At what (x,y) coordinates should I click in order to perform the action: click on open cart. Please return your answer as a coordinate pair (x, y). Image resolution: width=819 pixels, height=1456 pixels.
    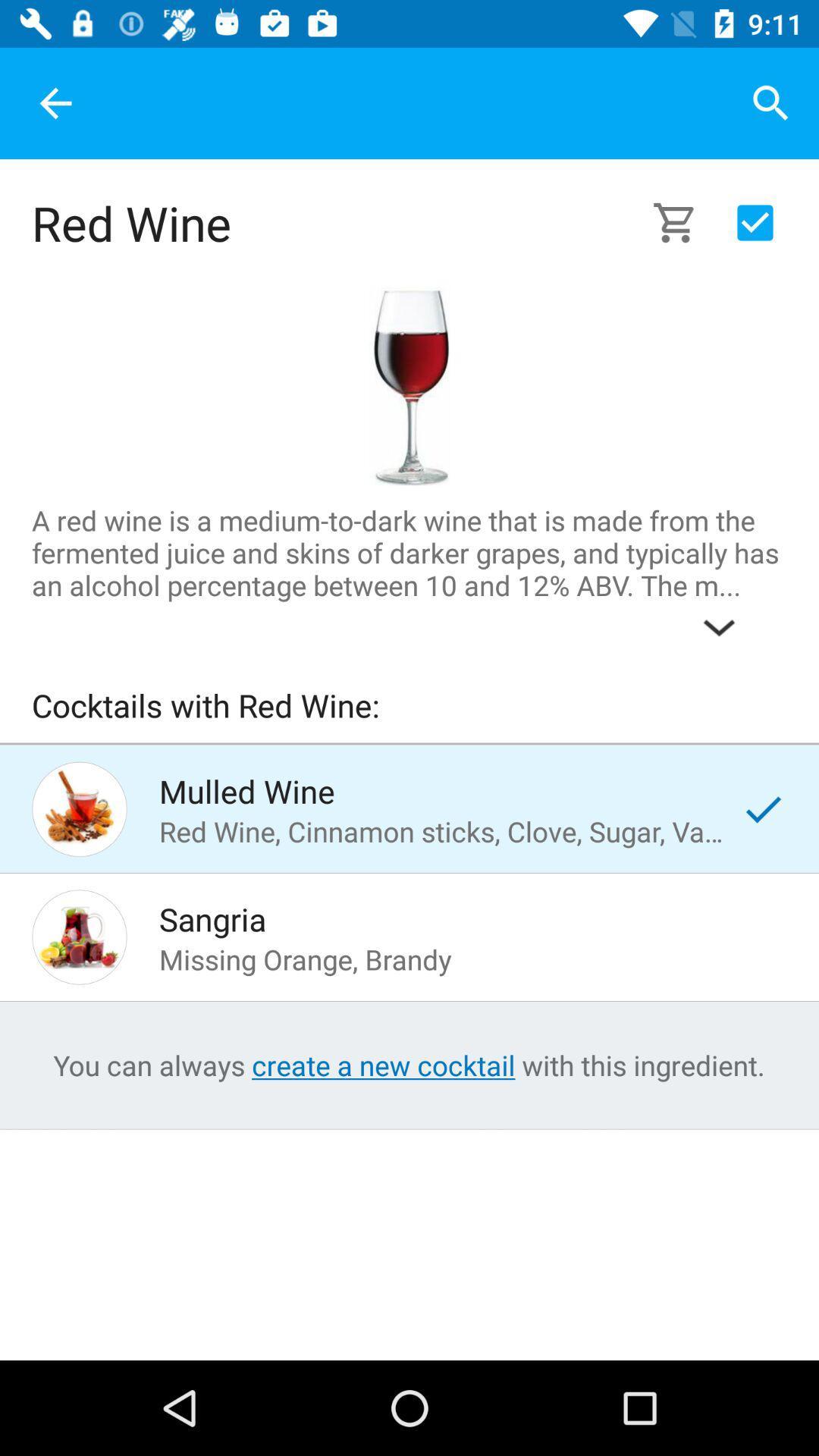
    Looking at the image, I should click on (683, 221).